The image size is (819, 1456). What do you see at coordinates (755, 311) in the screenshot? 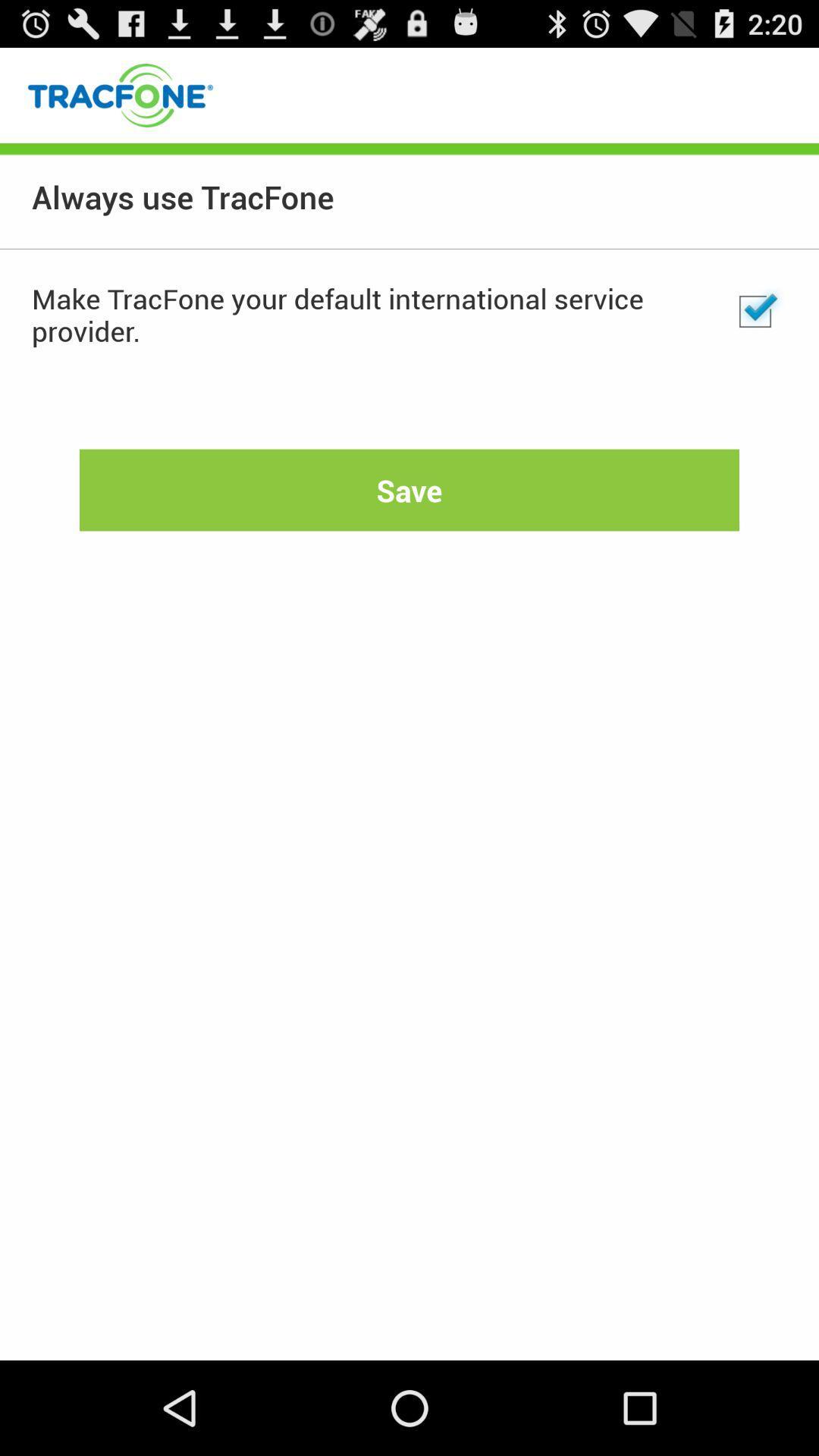
I see `item at the top right corner` at bounding box center [755, 311].